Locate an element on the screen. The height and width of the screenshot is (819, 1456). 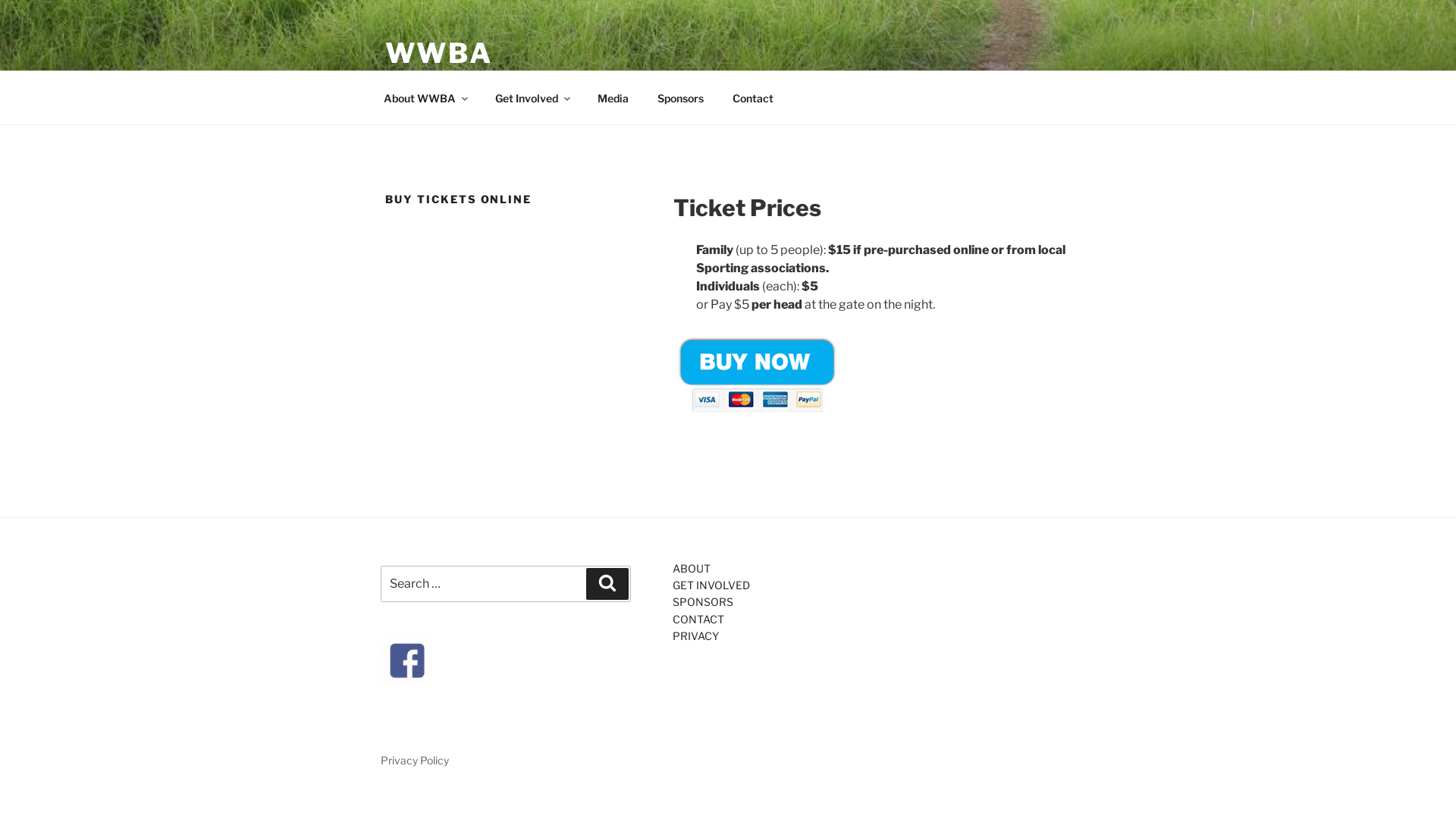
'Contact' is located at coordinates (752, 97).